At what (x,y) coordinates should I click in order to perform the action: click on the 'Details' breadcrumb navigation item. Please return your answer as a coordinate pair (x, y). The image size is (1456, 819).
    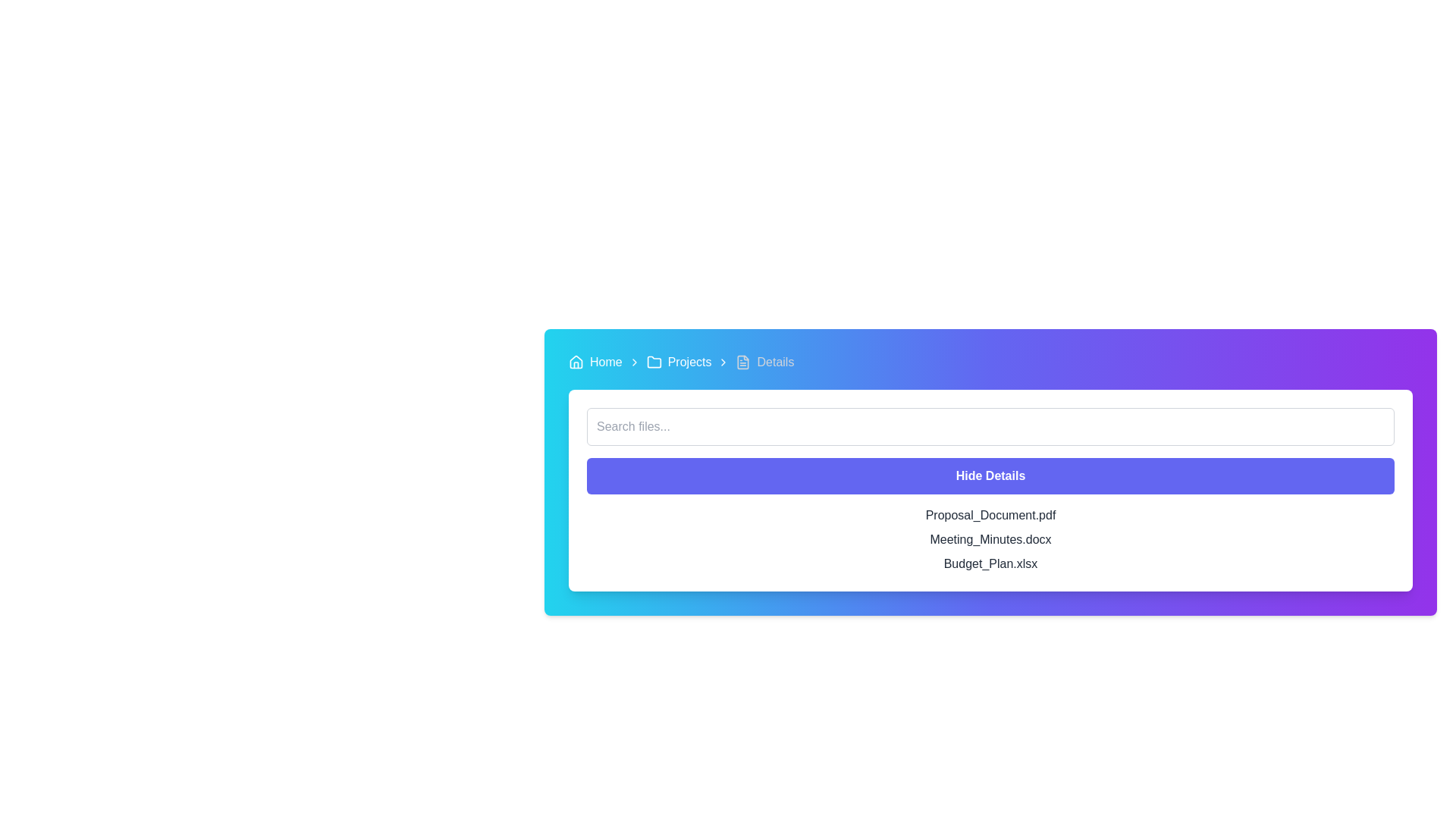
    Looking at the image, I should click on (764, 362).